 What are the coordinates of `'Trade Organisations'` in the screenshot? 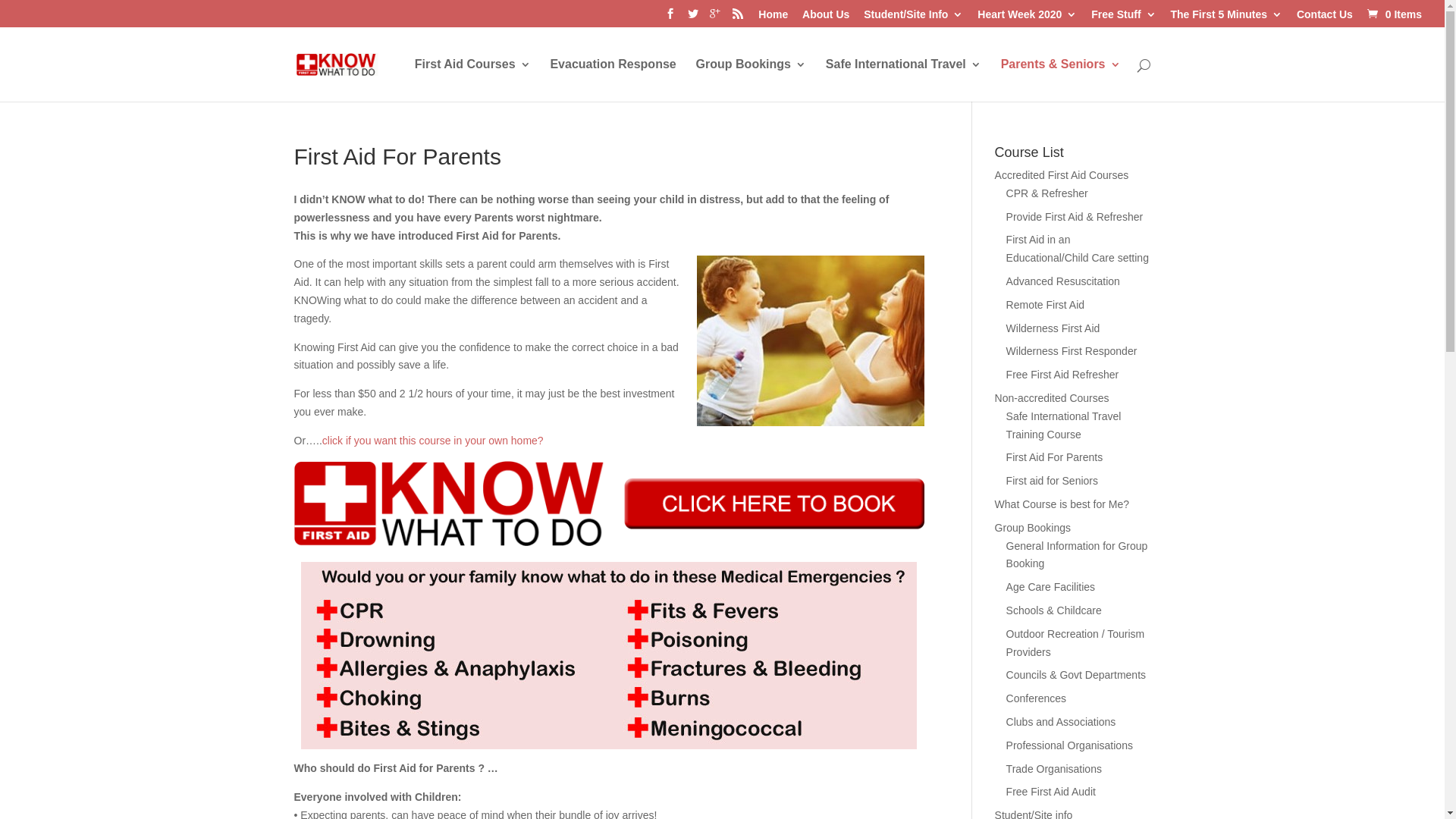 It's located at (1006, 769).